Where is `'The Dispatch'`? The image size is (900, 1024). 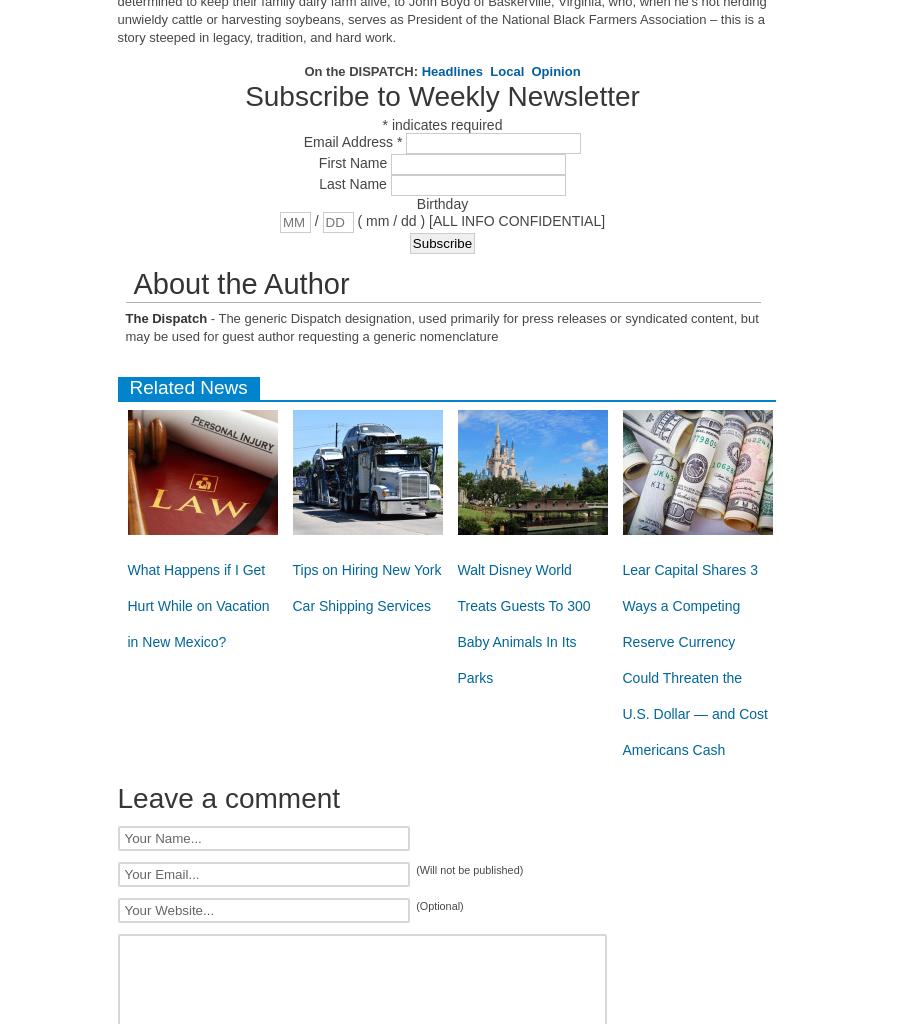 'The Dispatch' is located at coordinates (125, 317).